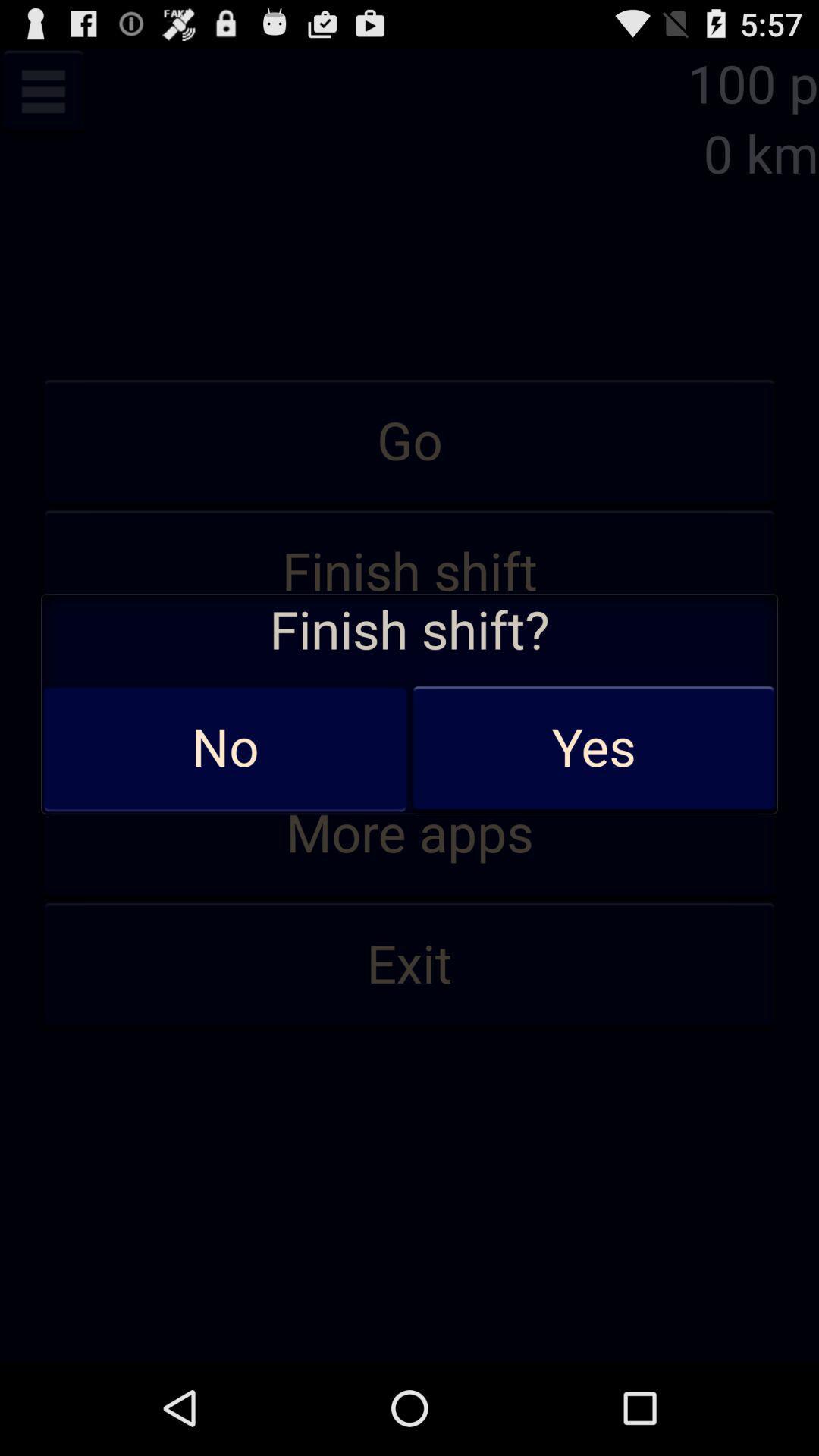 The image size is (819, 1456). What do you see at coordinates (409, 833) in the screenshot?
I see `more apps item` at bounding box center [409, 833].